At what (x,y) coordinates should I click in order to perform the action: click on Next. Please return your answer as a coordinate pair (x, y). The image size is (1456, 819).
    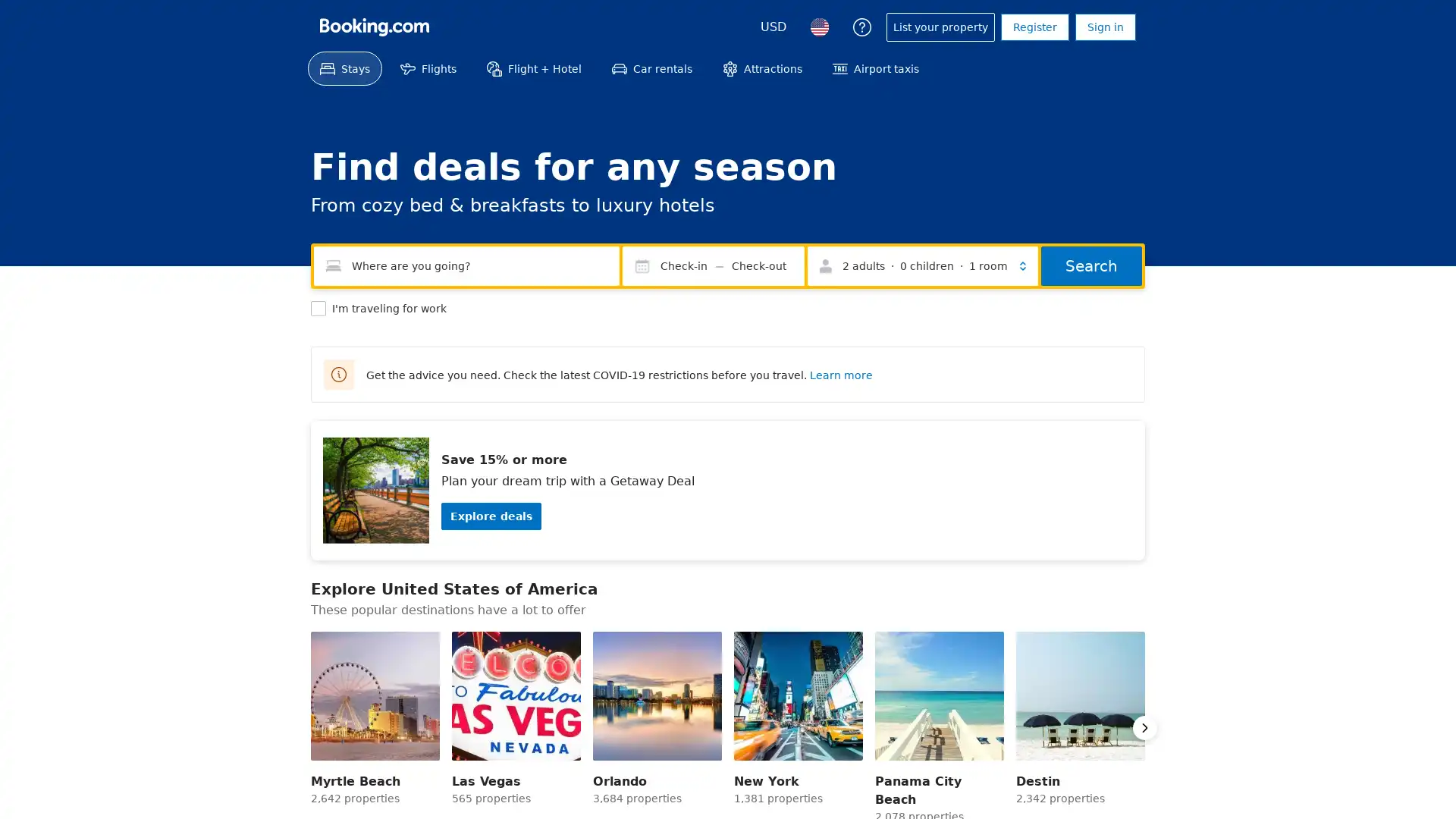
    Looking at the image, I should click on (1145, 727).